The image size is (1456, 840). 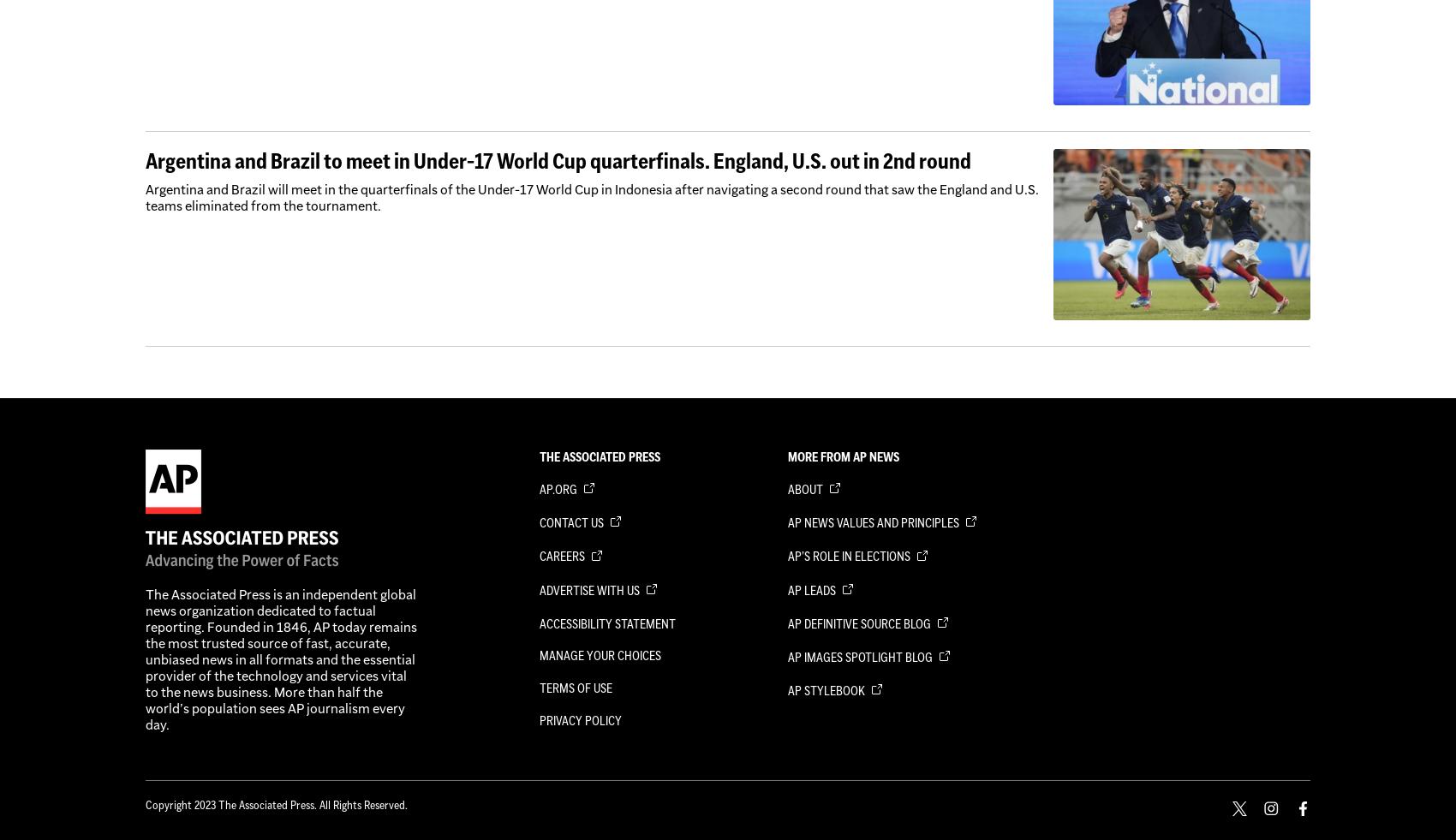 I want to click on 'Copyright 2023 The Associated Press. All Rights Reserved.', so click(x=145, y=804).